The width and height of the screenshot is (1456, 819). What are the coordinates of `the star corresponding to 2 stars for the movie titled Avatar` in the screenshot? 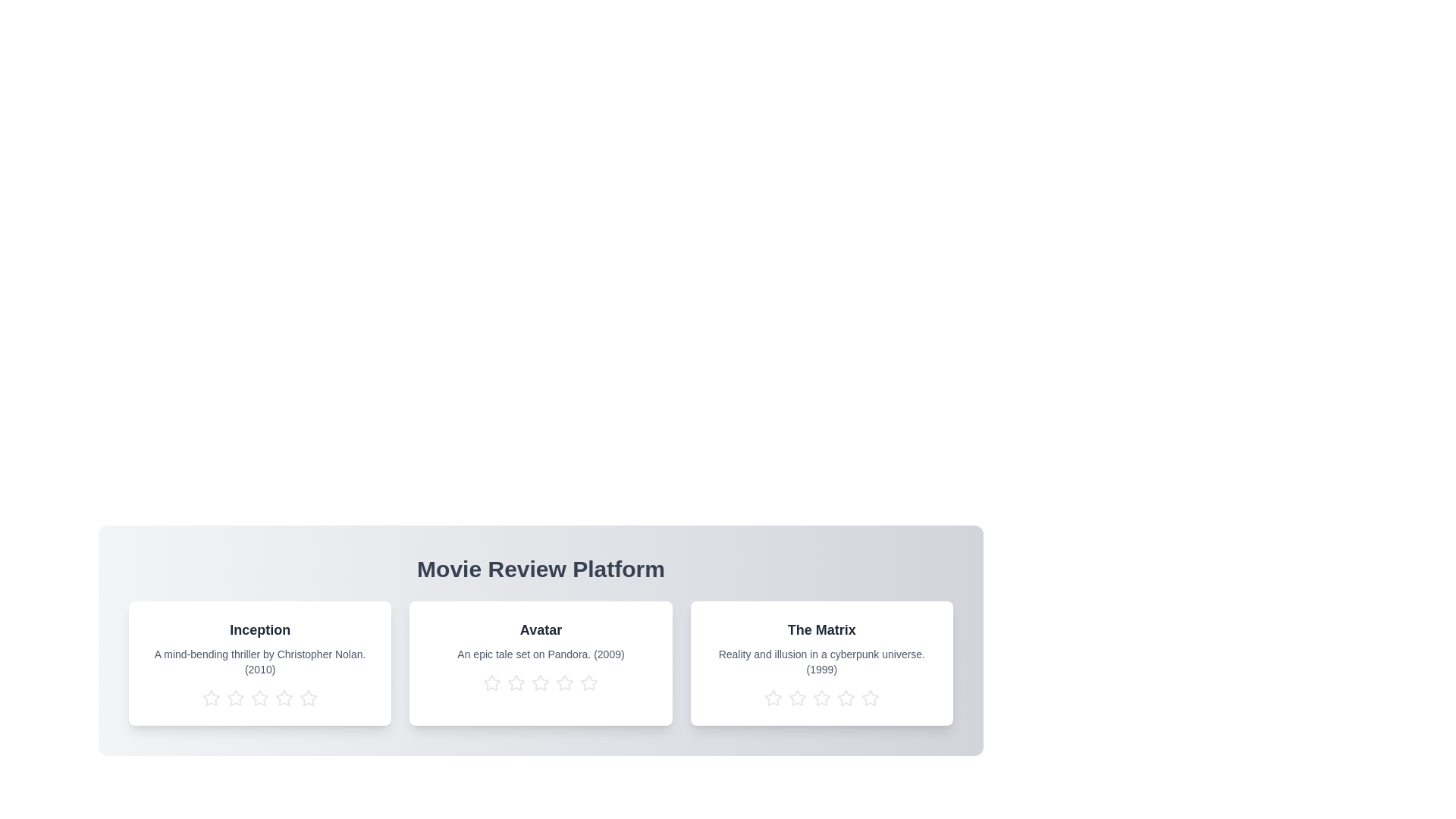 It's located at (516, 683).